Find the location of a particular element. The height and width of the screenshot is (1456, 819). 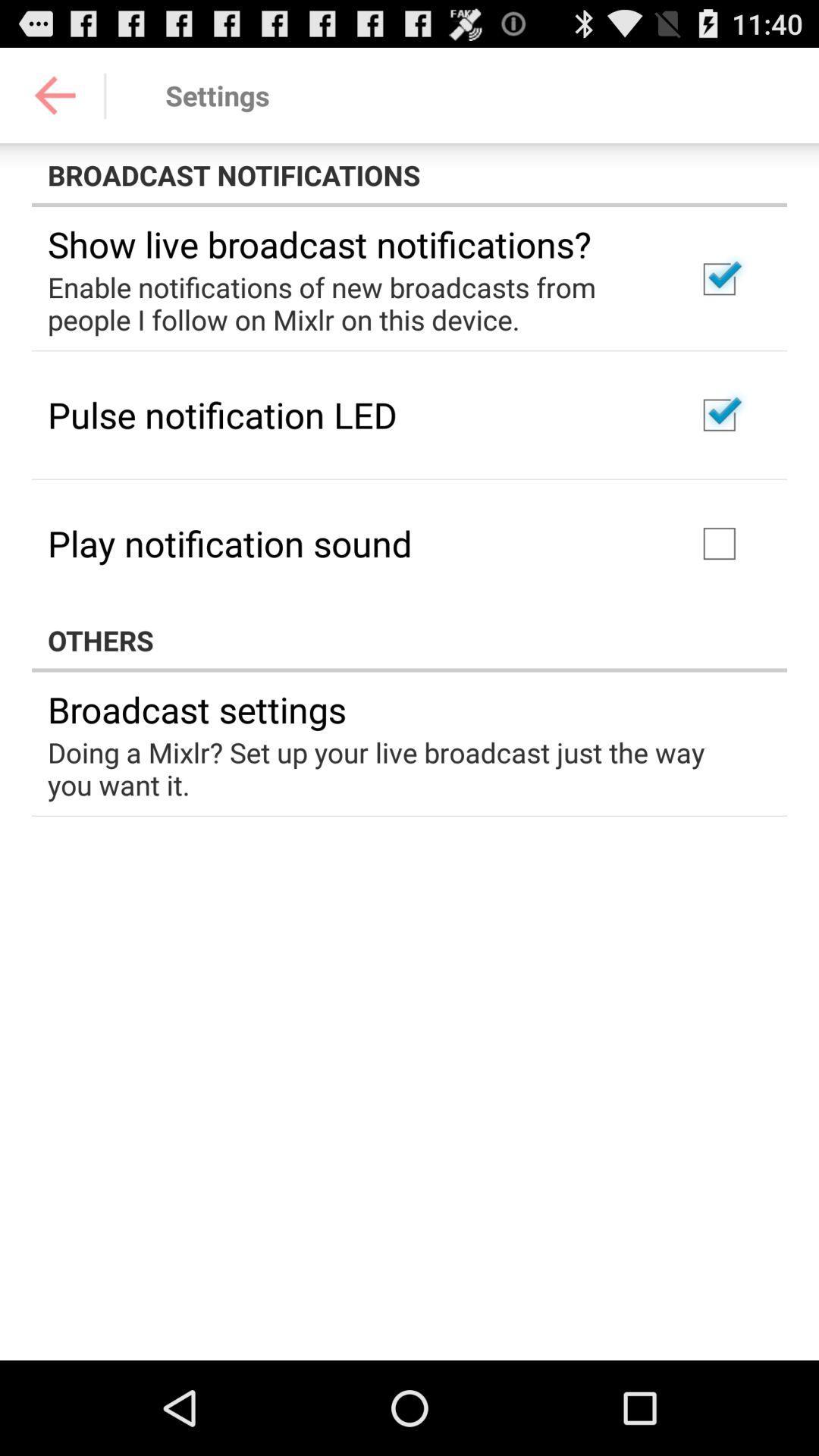

the play notification sound item is located at coordinates (230, 543).